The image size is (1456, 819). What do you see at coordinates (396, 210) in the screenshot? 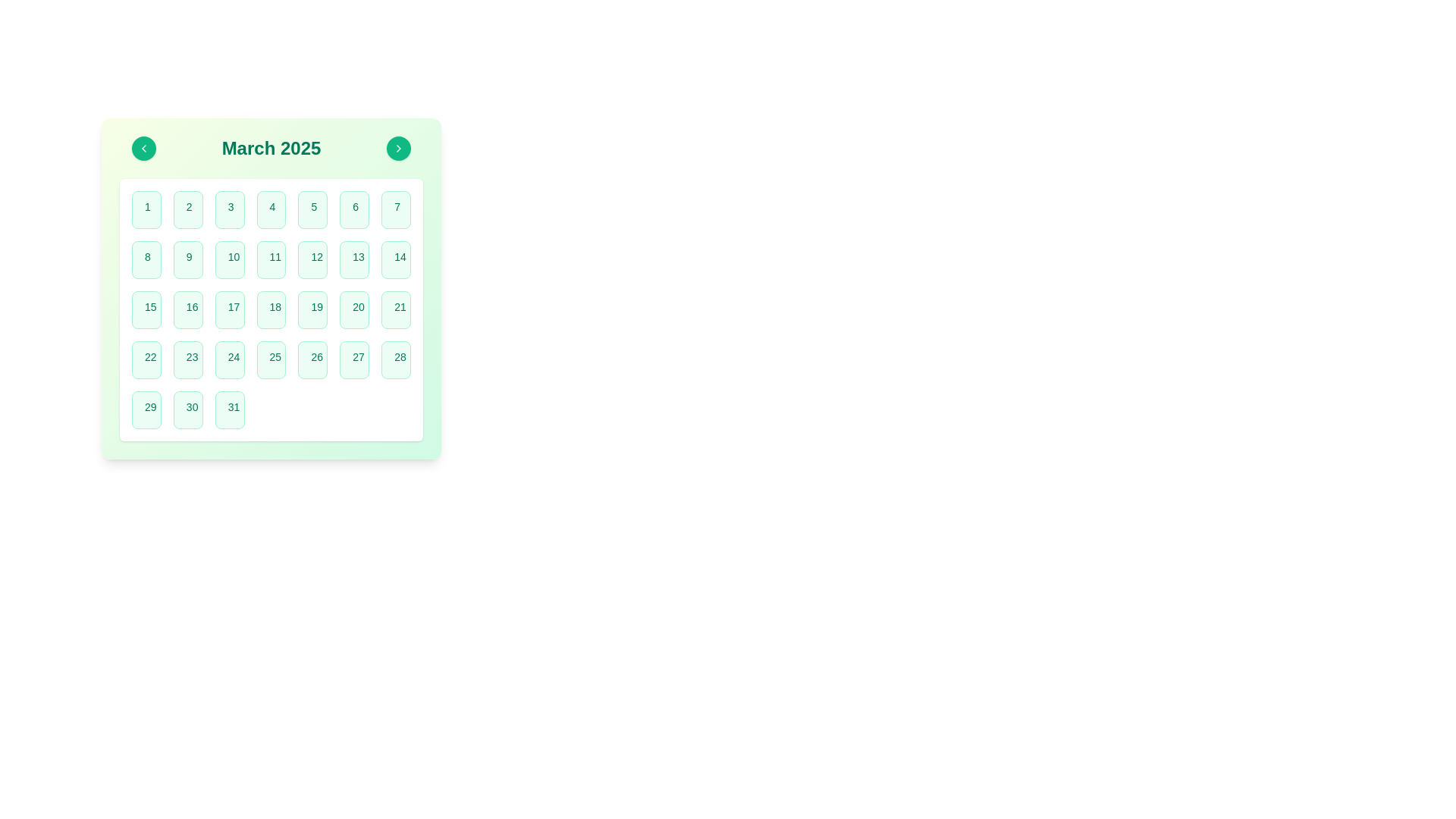
I see `the Calendar Day Cell representing the 7th day of the month, which is styled with a light green background and contains the number '7' in dark green font` at bounding box center [396, 210].